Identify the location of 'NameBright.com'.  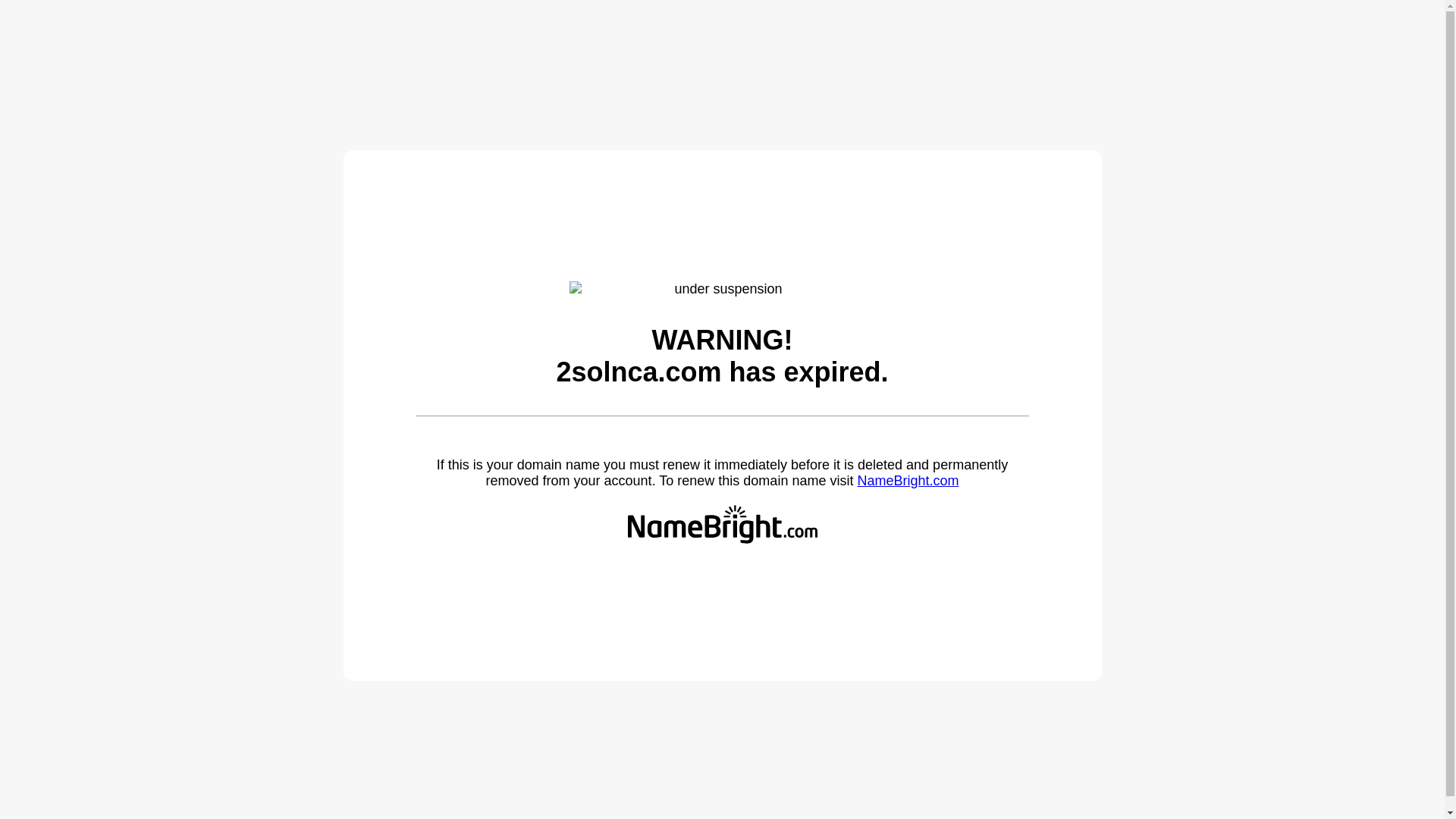
(856, 480).